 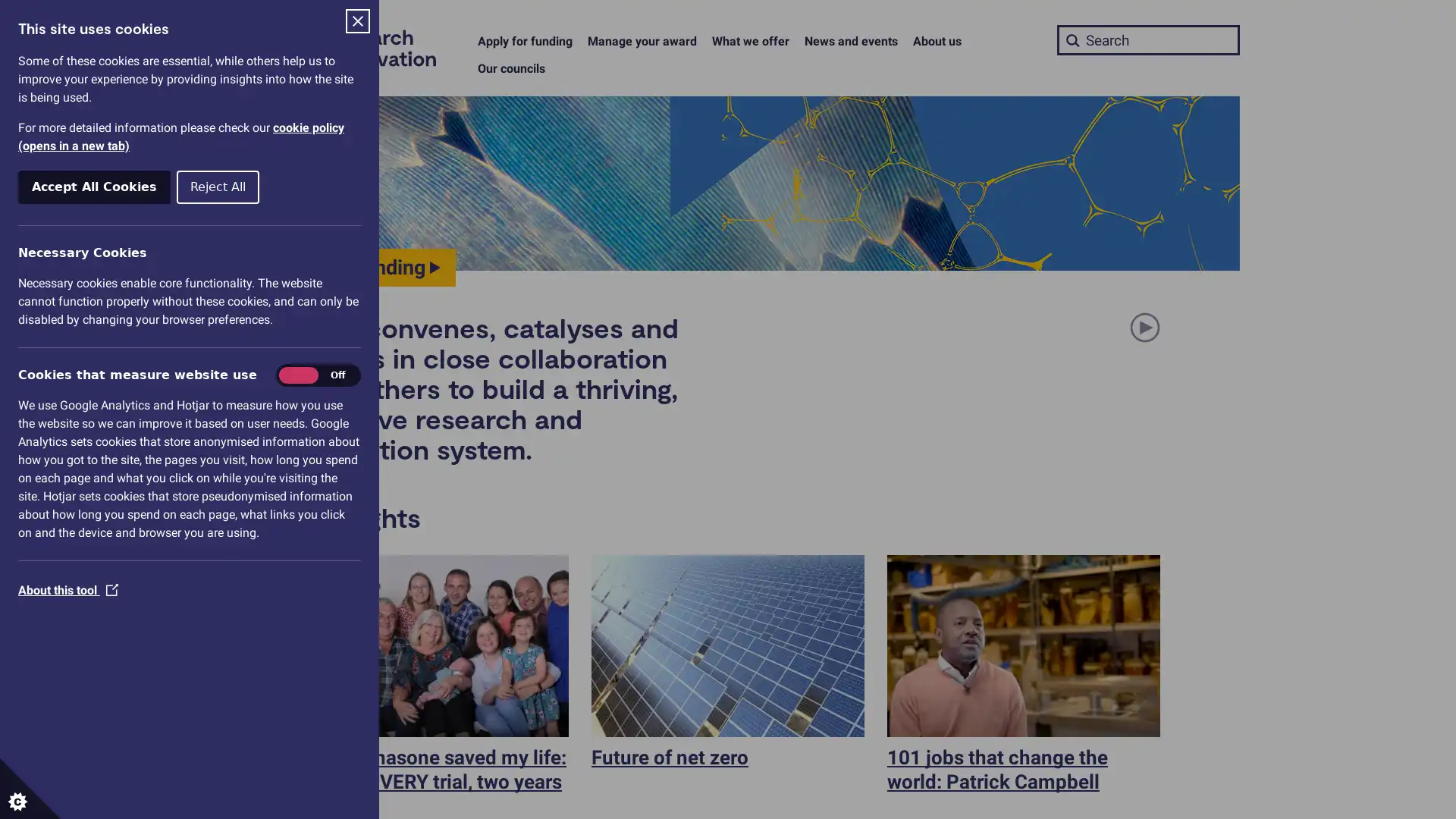 I want to click on Pause or play animation, so click(x=1145, y=327).